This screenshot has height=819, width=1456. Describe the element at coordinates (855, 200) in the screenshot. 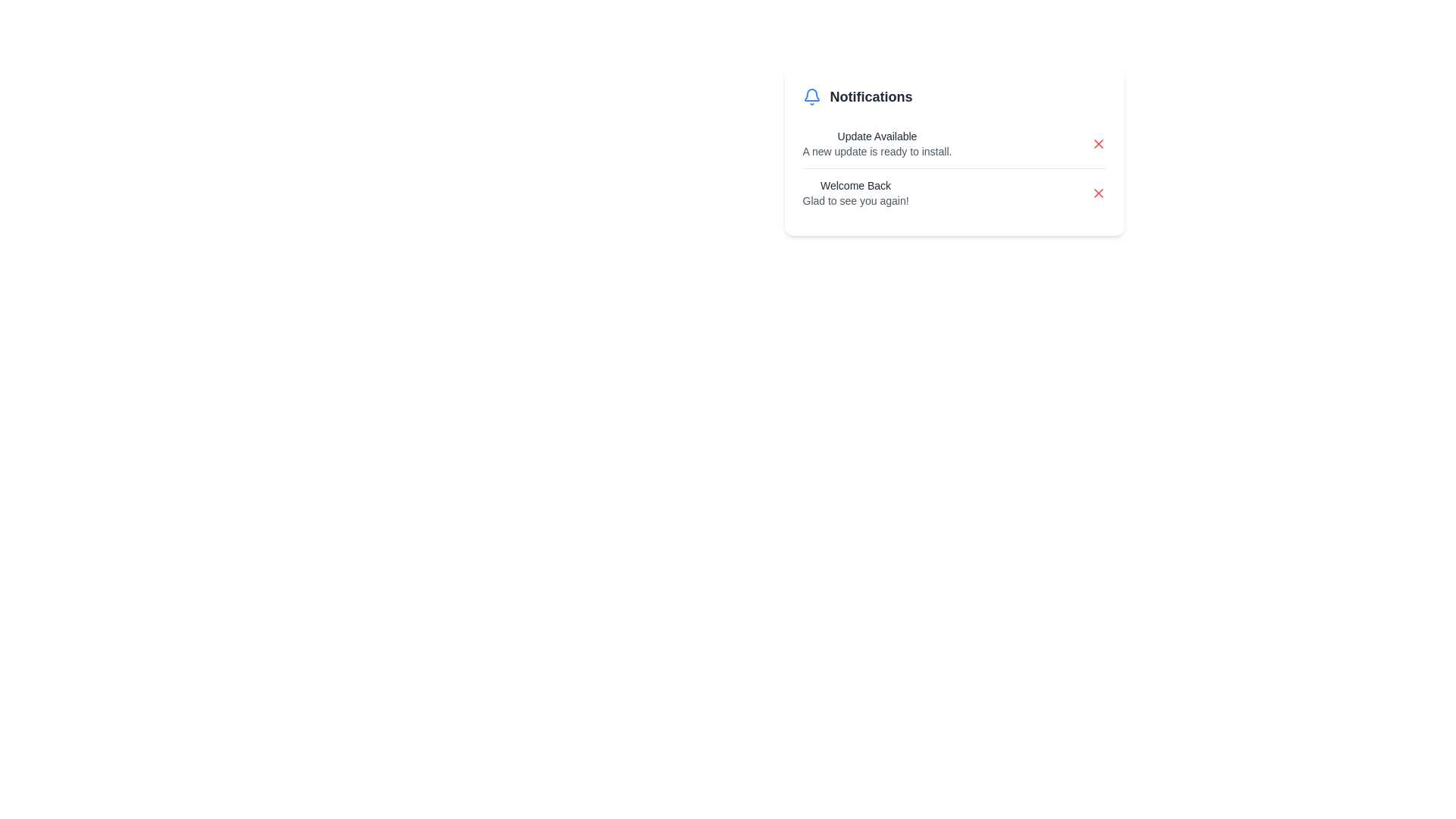

I see `the text label that reads 'Glad` at that location.